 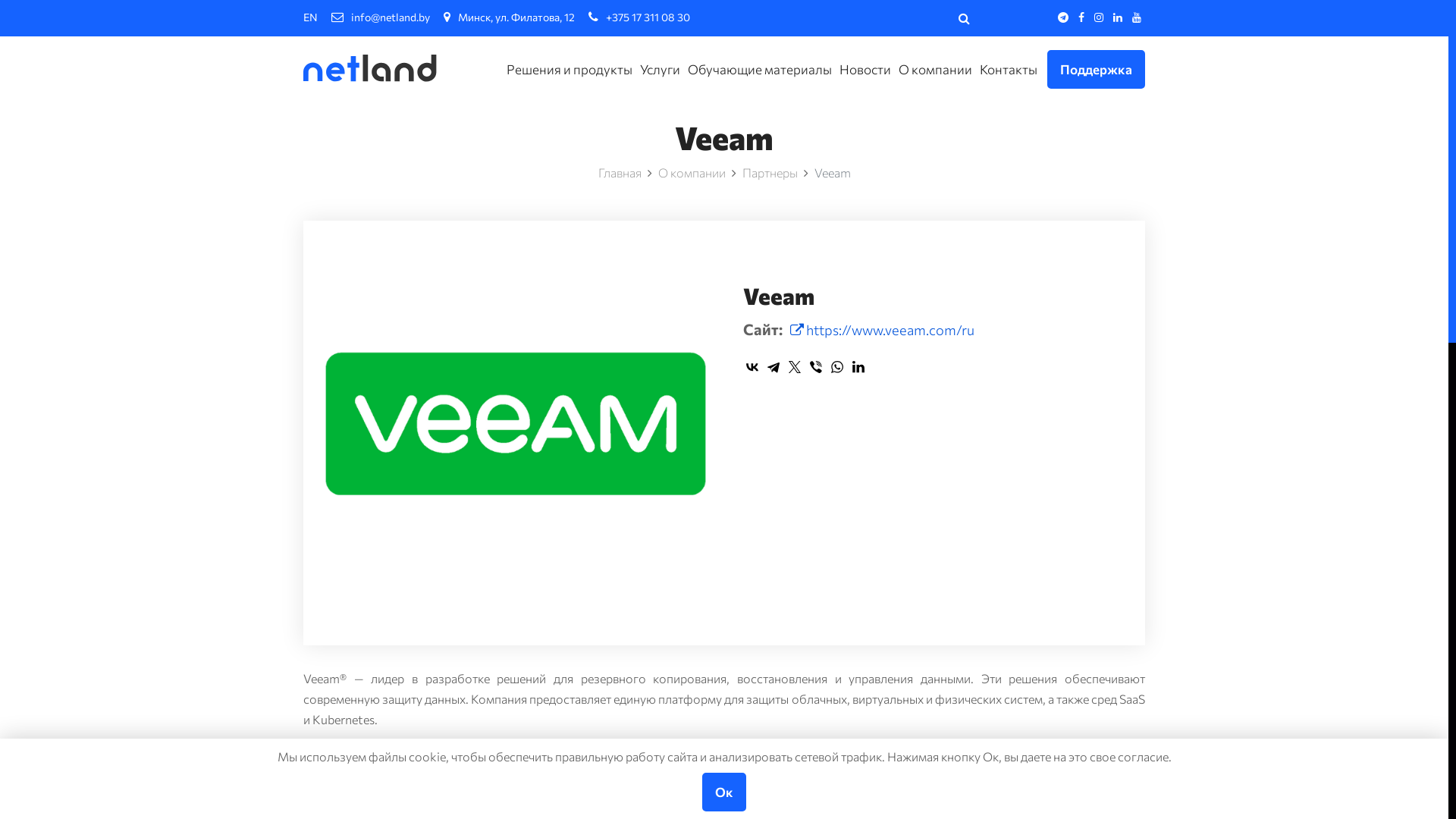 I want to click on 'https://www.veeam.com/ru', so click(x=789, y=329).